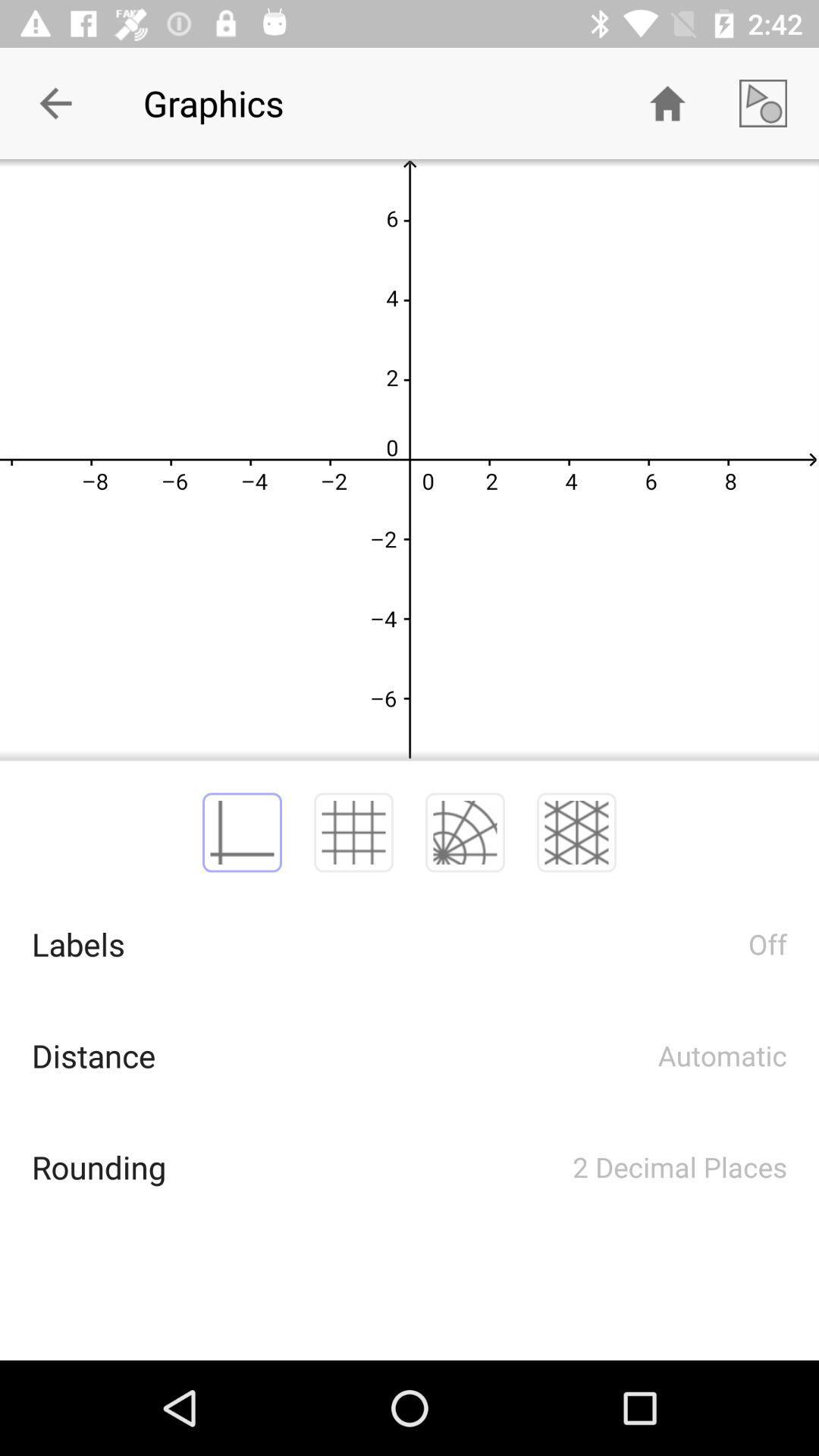 This screenshot has width=819, height=1456. I want to click on the book icon, so click(241, 832).